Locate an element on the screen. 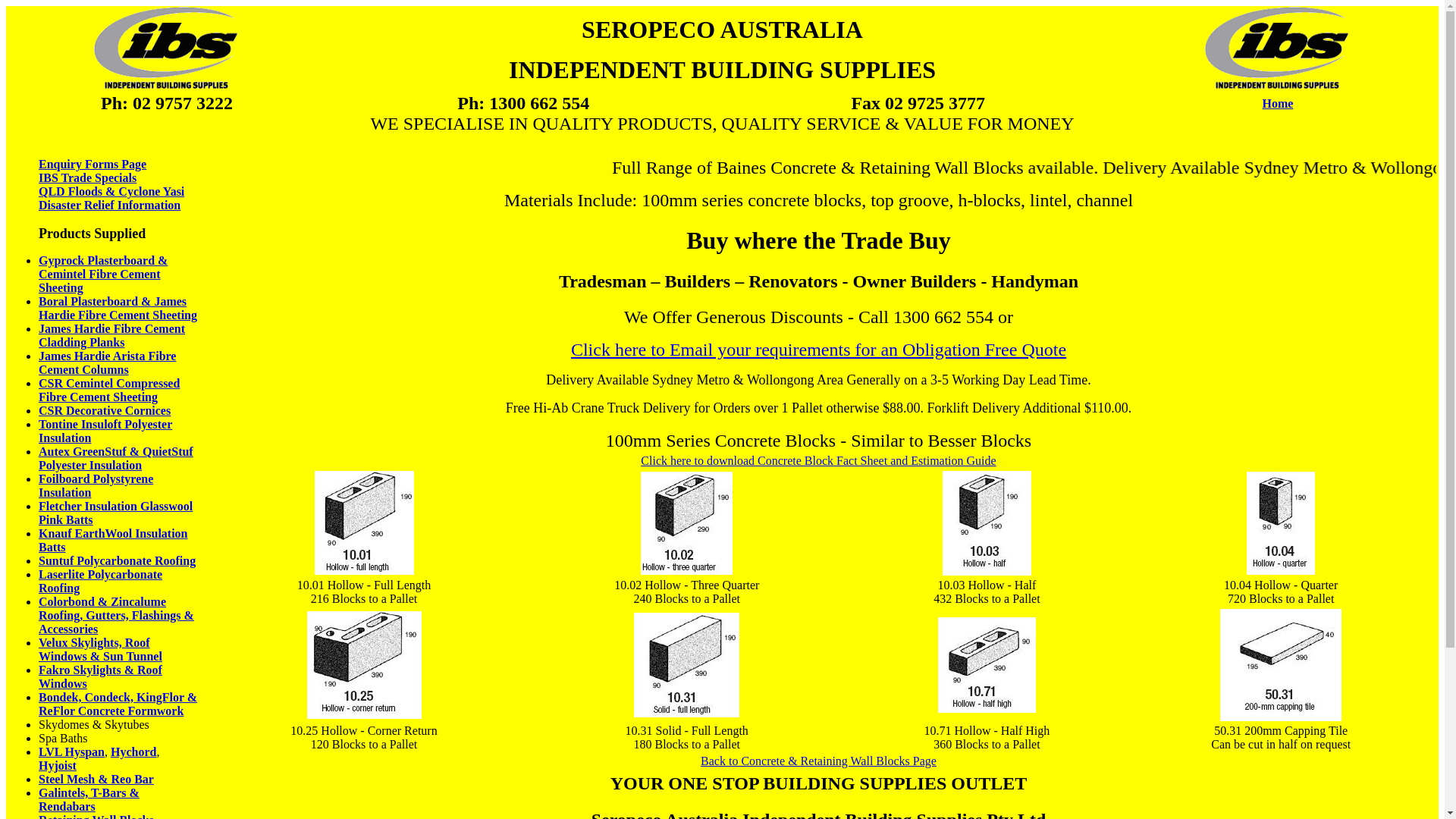  'James Hardie Fibre Cement Cladding Planks' is located at coordinates (111, 334).